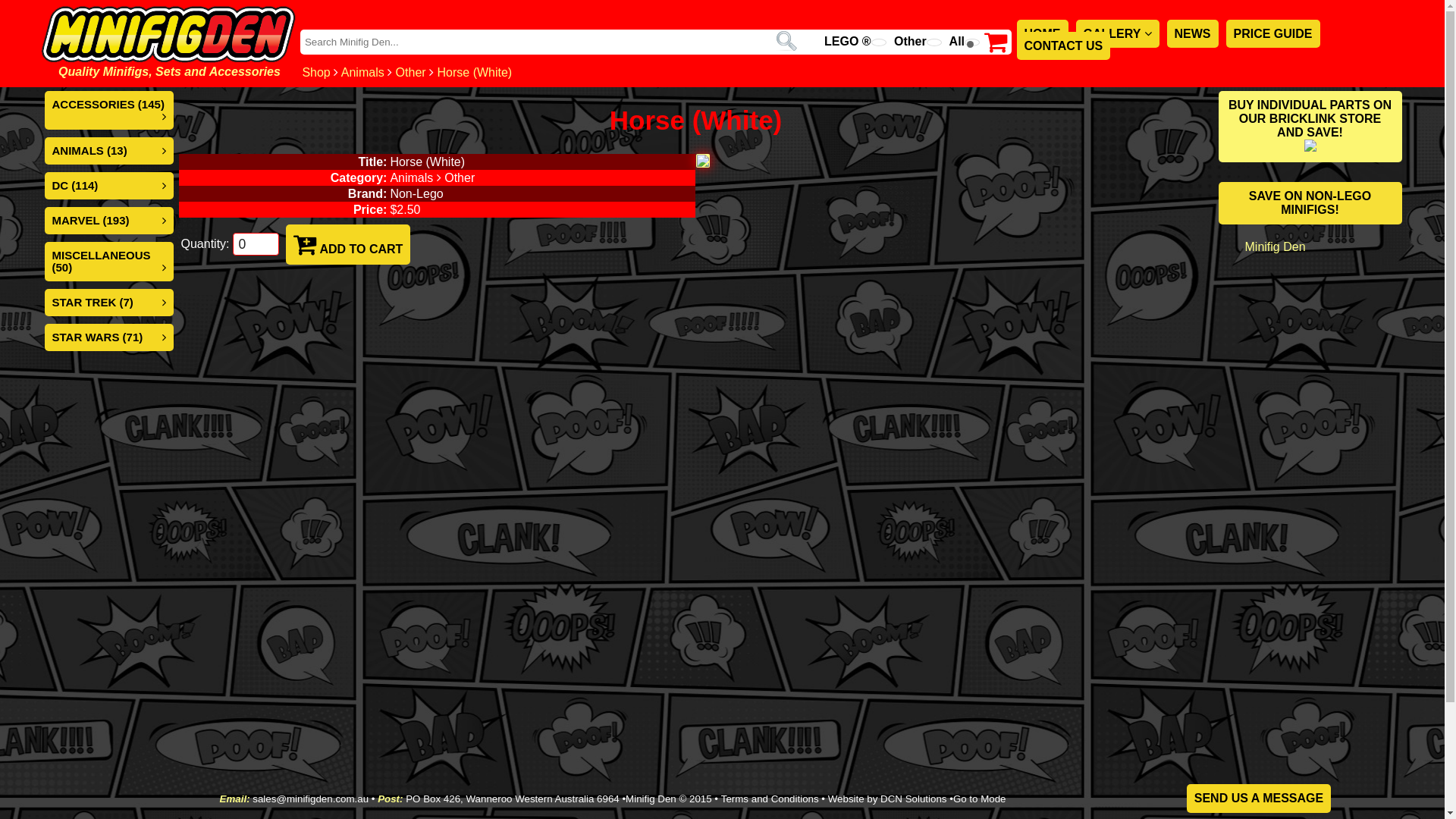 This screenshot has width=1456, height=819. What do you see at coordinates (1015, 45) in the screenshot?
I see `'CONTACT US'` at bounding box center [1015, 45].